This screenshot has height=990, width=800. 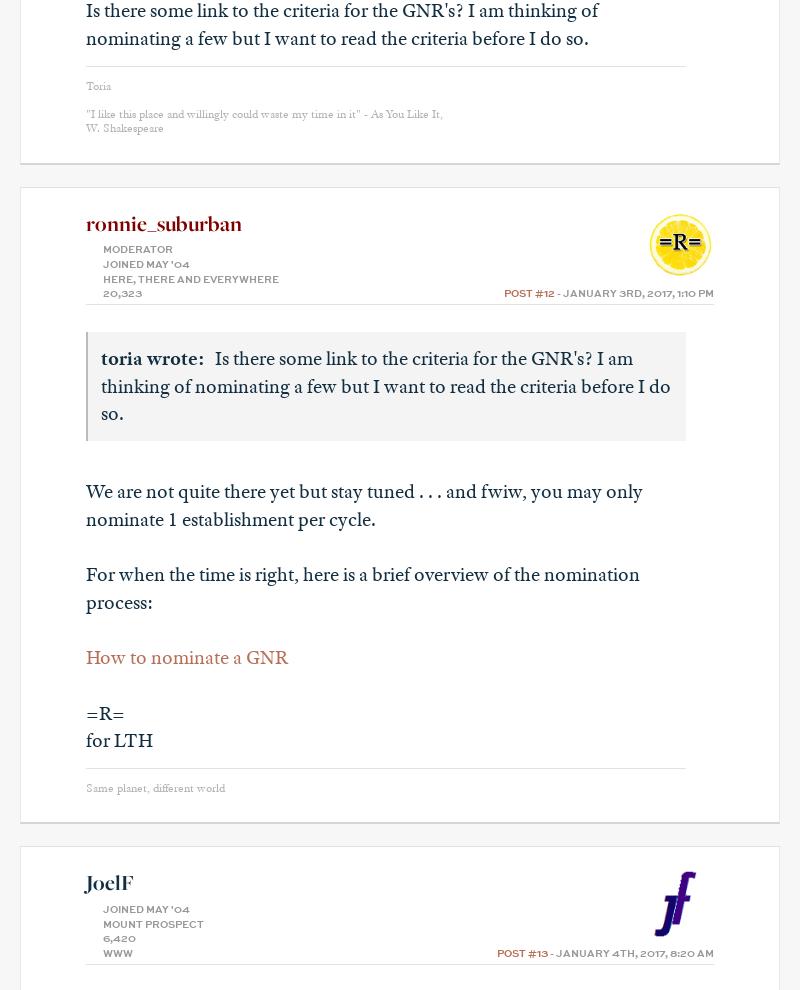 What do you see at coordinates (554, 294) in the screenshot?
I see `'- January 3rd, 2017, 1:10 pm'` at bounding box center [554, 294].